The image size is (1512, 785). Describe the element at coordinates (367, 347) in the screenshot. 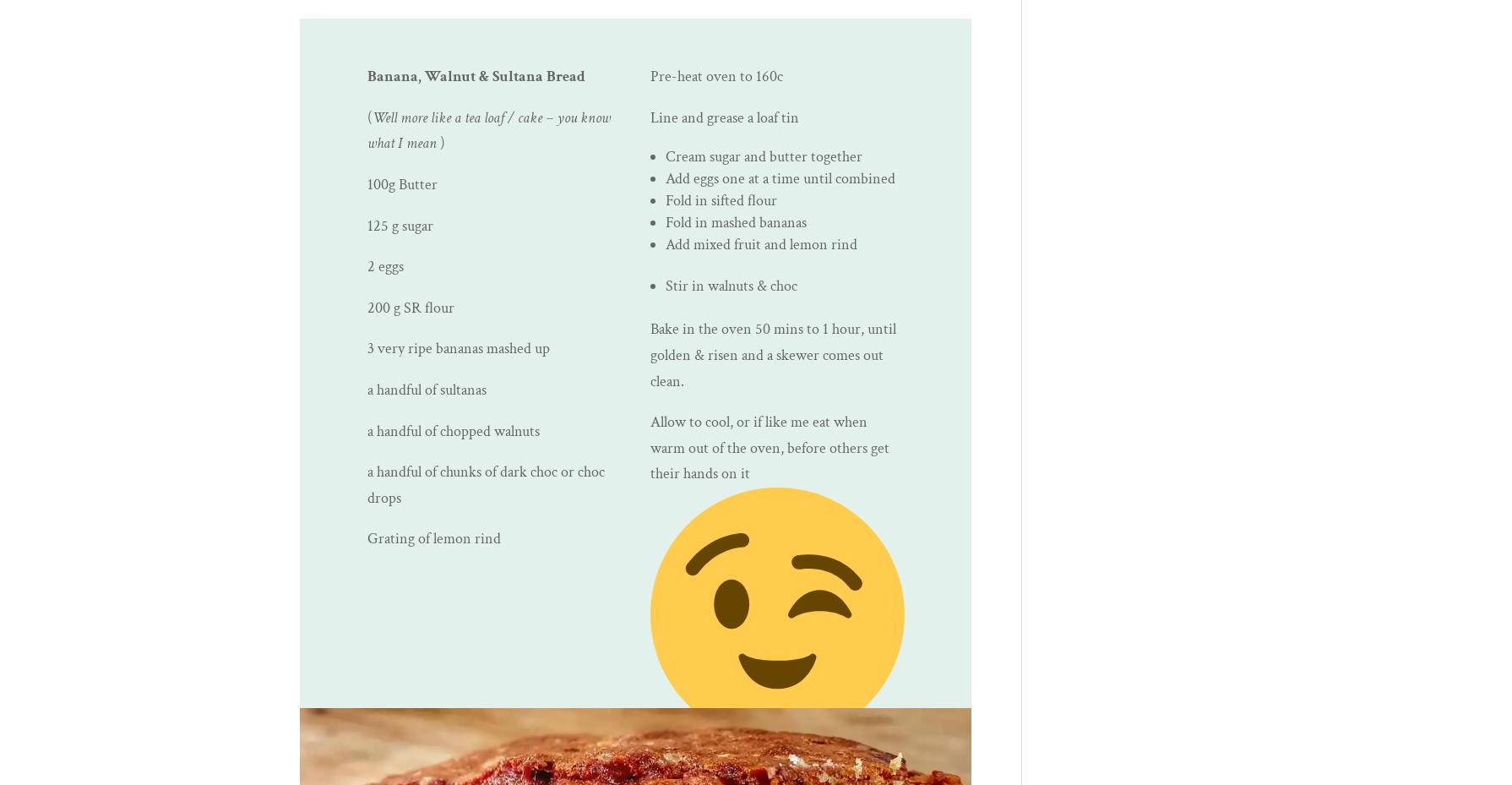

I see `'3 very ripe bananas mashed up'` at that location.